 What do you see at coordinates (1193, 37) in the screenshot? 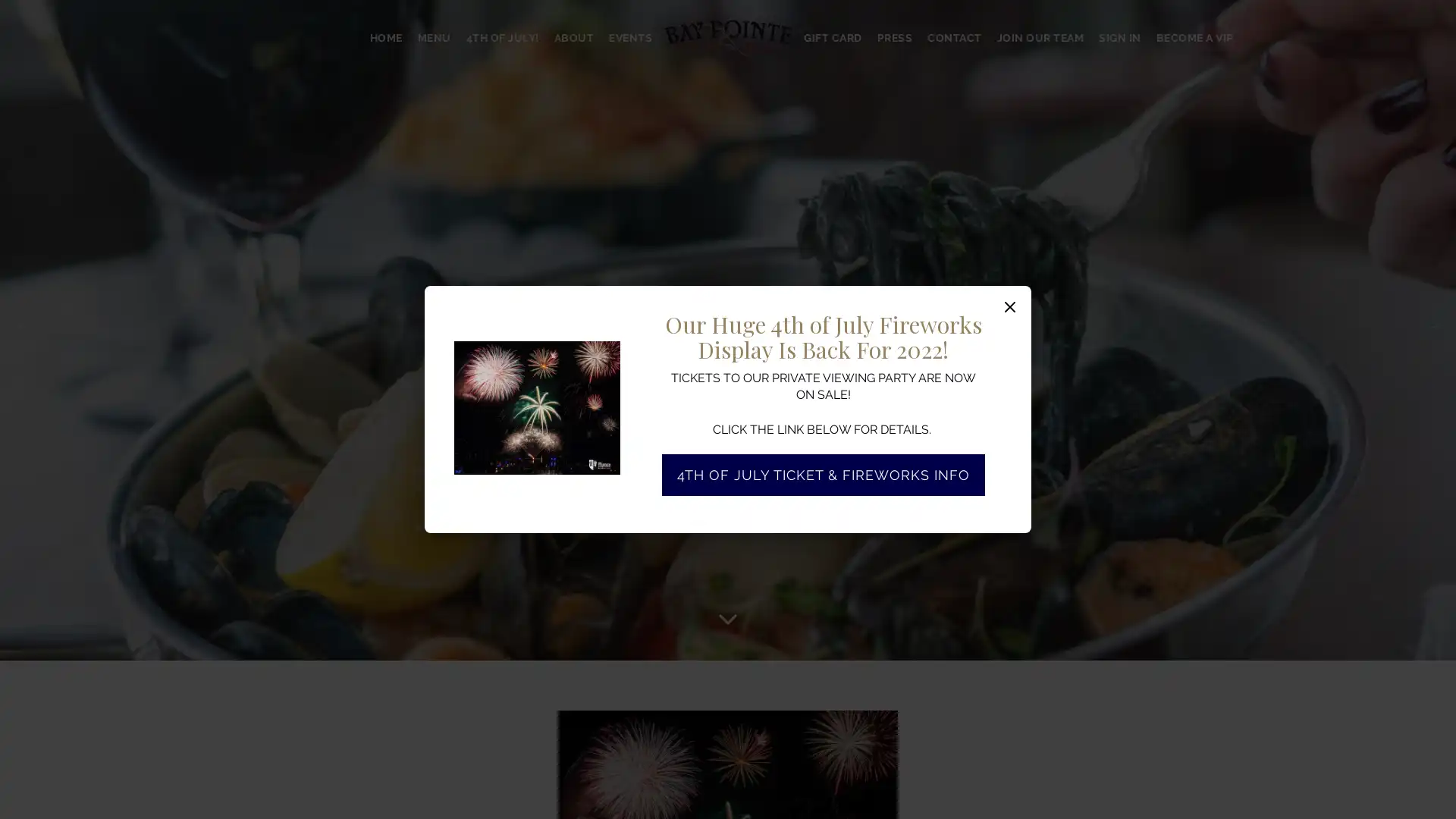
I see `BECOME A VIP` at bounding box center [1193, 37].